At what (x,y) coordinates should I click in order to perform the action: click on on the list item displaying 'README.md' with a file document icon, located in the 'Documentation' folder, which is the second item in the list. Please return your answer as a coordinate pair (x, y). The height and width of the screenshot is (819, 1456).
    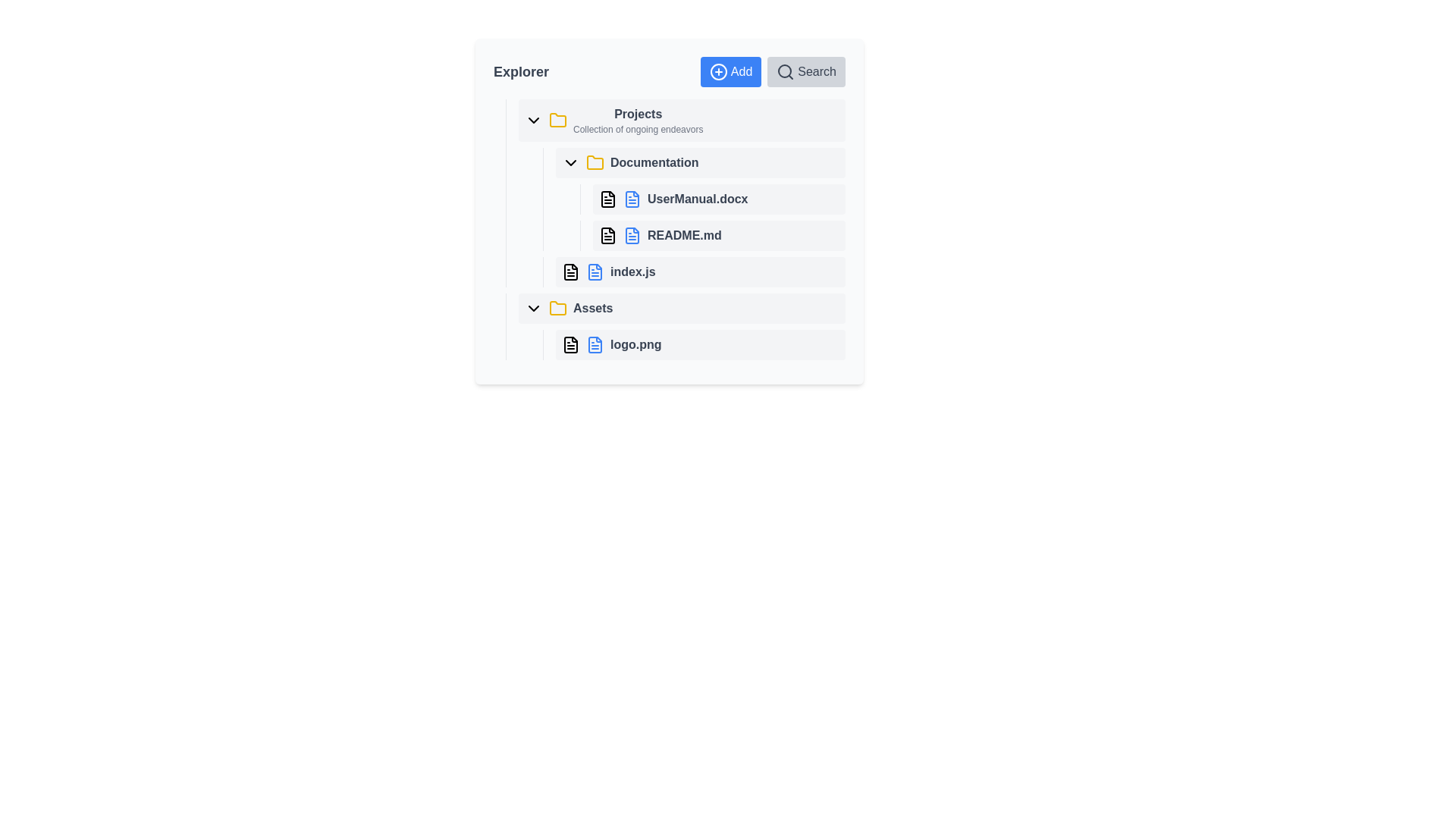
    Looking at the image, I should click on (712, 236).